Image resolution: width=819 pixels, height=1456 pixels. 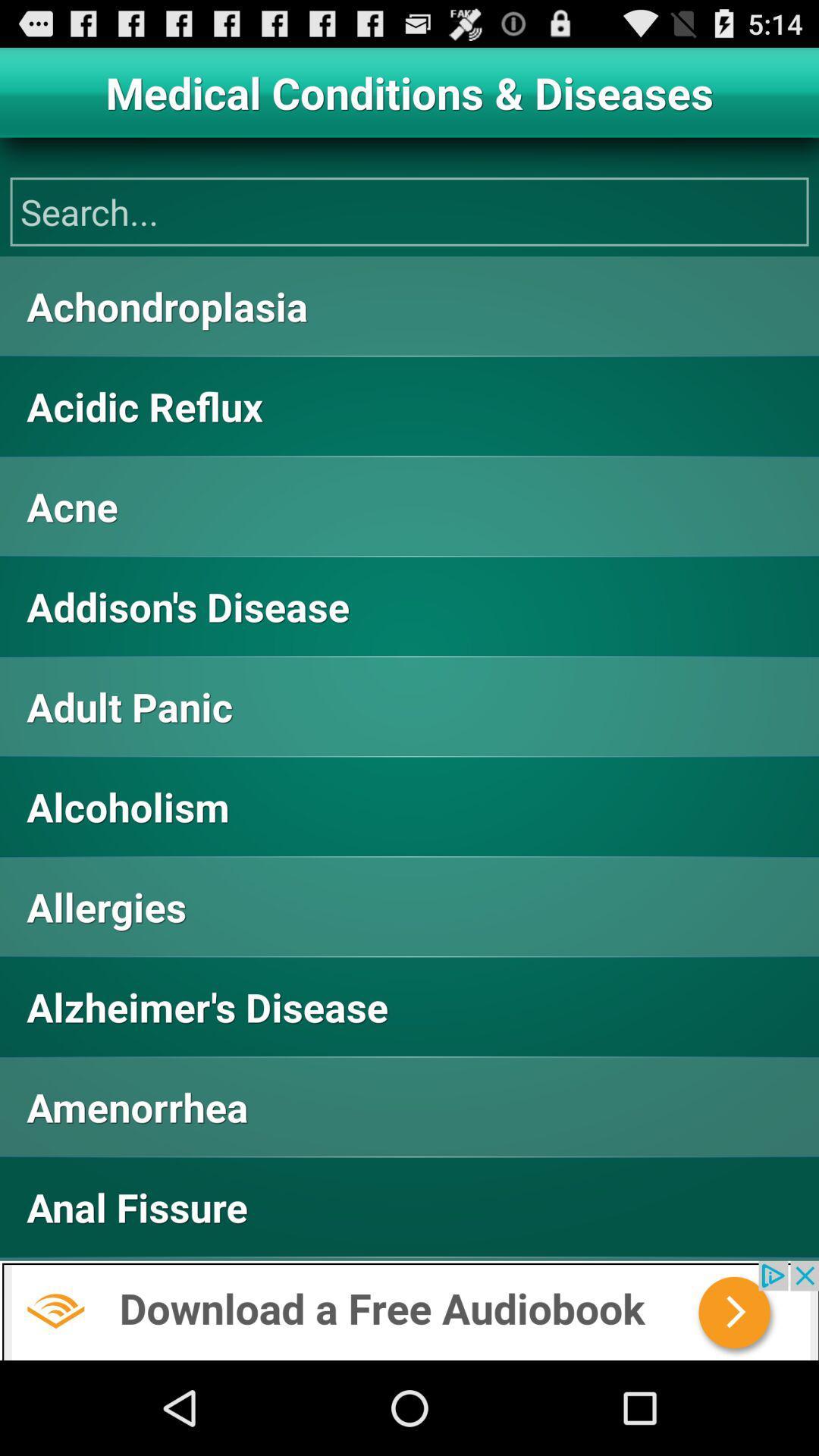 I want to click on the audiobook, so click(x=409, y=1310).